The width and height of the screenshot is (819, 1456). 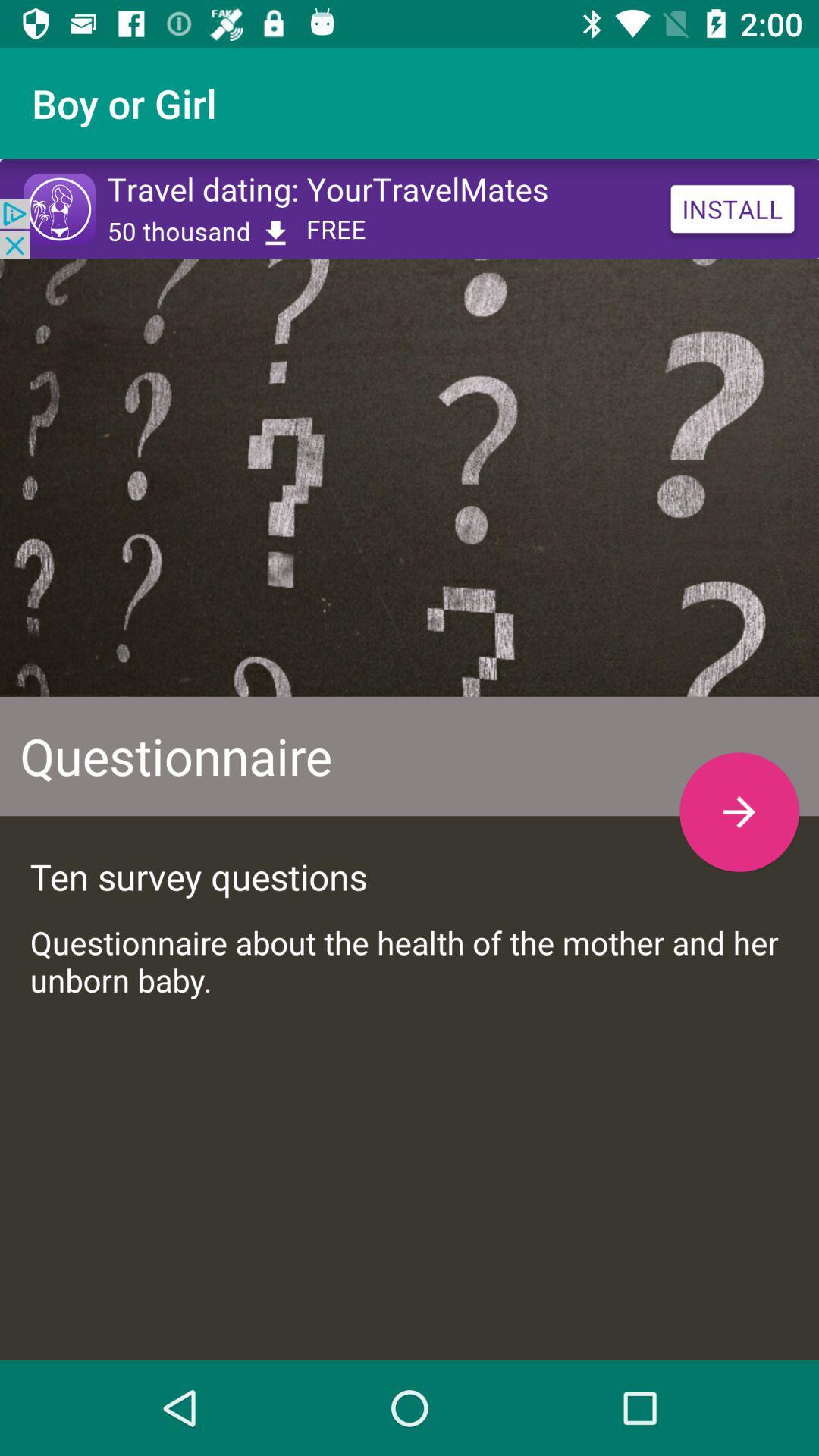 I want to click on next, so click(x=739, y=811).